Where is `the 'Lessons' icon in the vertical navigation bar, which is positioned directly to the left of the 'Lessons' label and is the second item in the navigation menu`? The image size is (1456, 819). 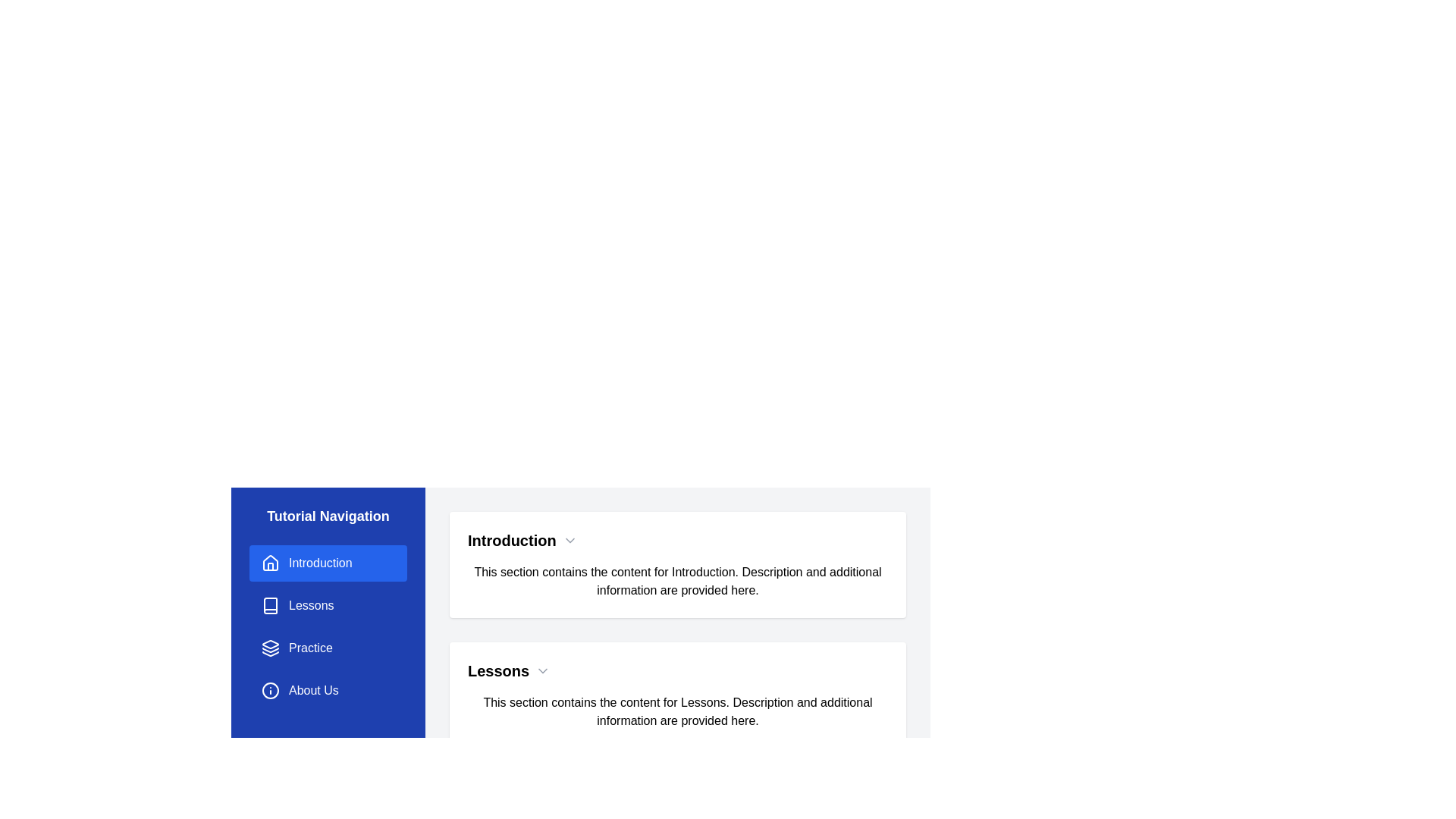 the 'Lessons' icon in the vertical navigation bar, which is positioned directly to the left of the 'Lessons' label and is the second item in the navigation menu is located at coordinates (270, 604).